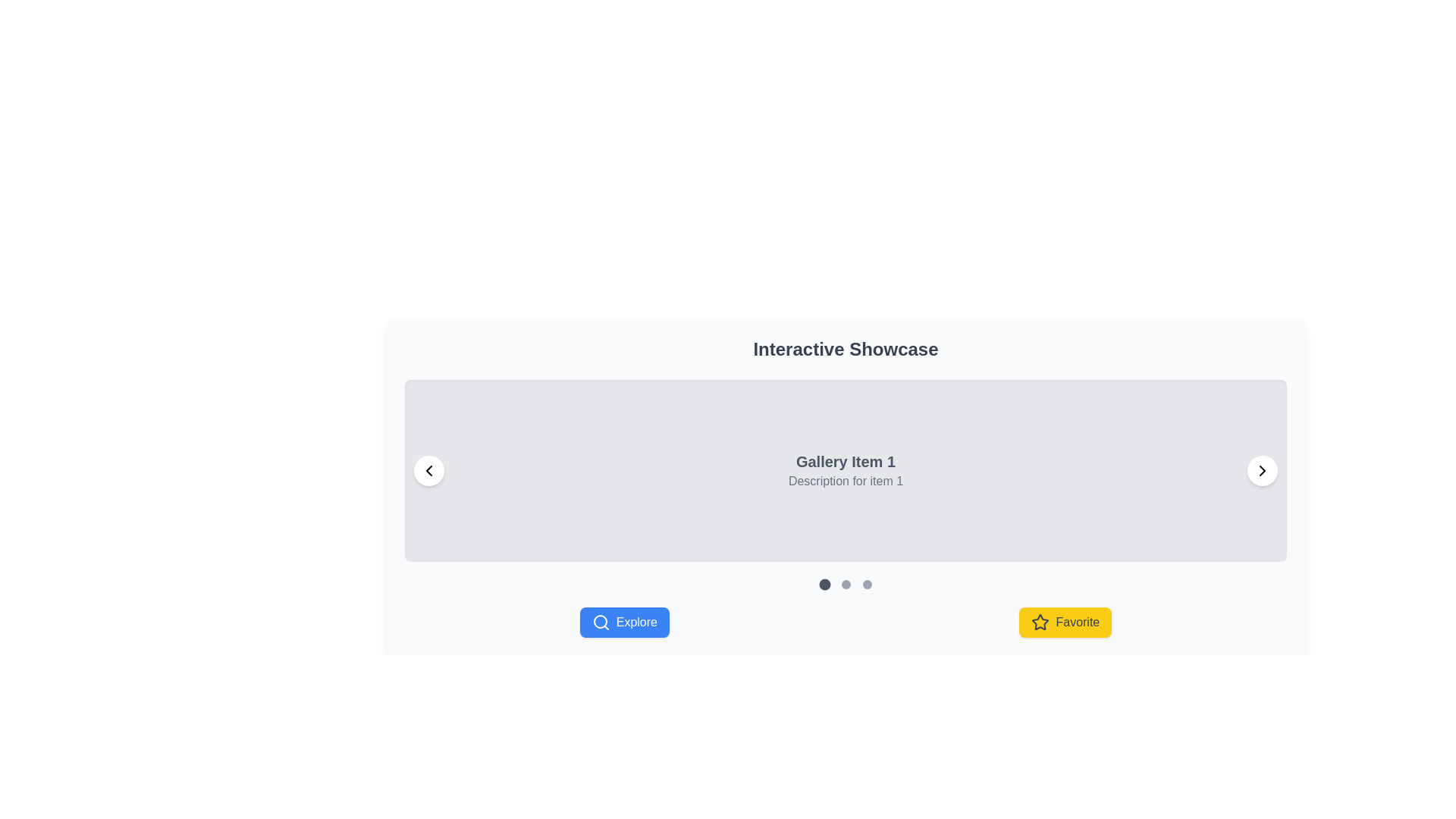 This screenshot has width=1456, height=819. Describe the element at coordinates (1040, 622) in the screenshot. I see `the yellow star-shaped icon embedded in the button labeled 'Favorite' located at the bottom-right of the interactive showcase to favorite or unfavorite` at that location.